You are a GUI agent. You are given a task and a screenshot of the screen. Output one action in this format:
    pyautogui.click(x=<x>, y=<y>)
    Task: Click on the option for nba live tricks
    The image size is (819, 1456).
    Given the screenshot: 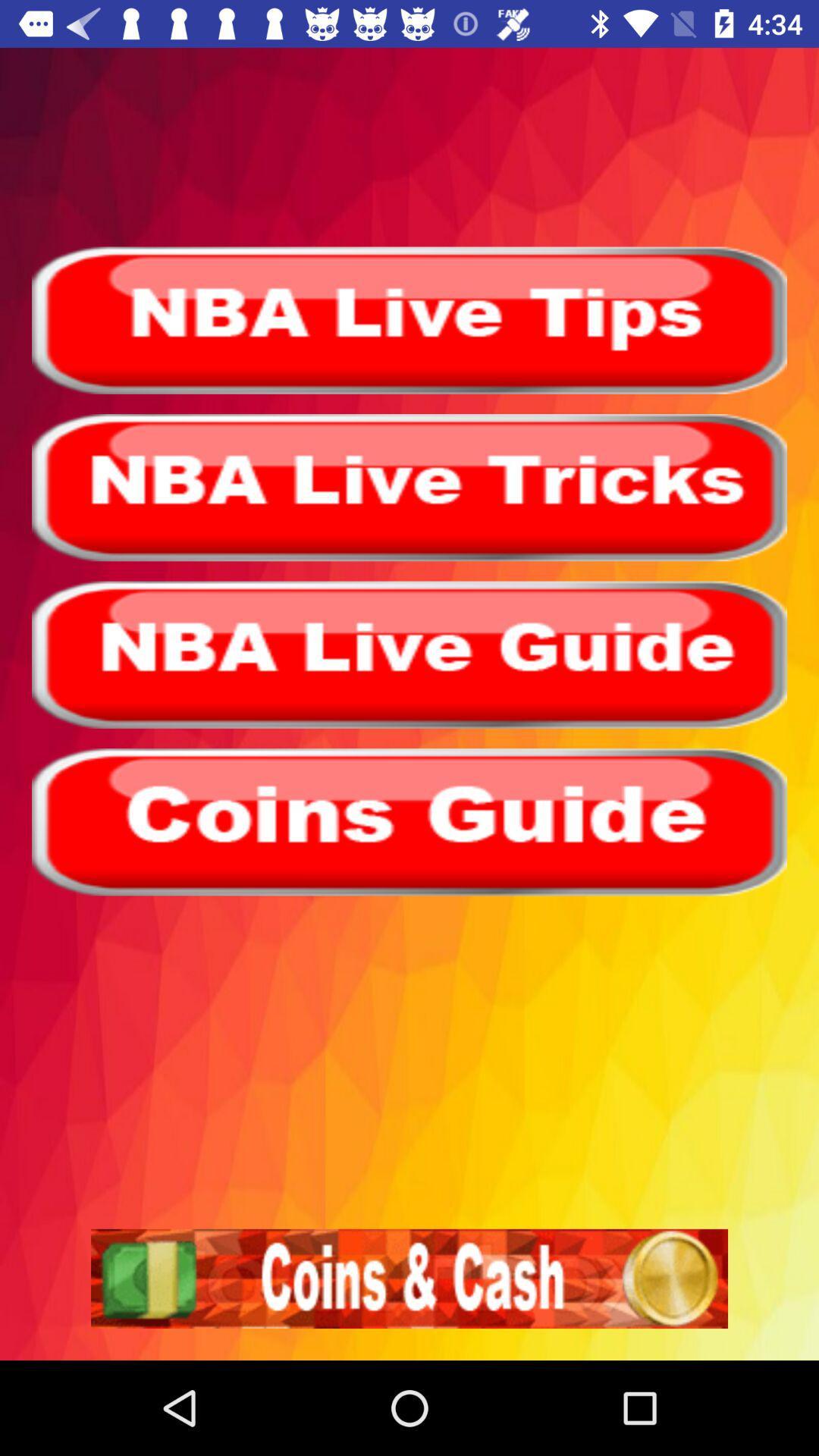 What is the action you would take?
    pyautogui.click(x=409, y=488)
    